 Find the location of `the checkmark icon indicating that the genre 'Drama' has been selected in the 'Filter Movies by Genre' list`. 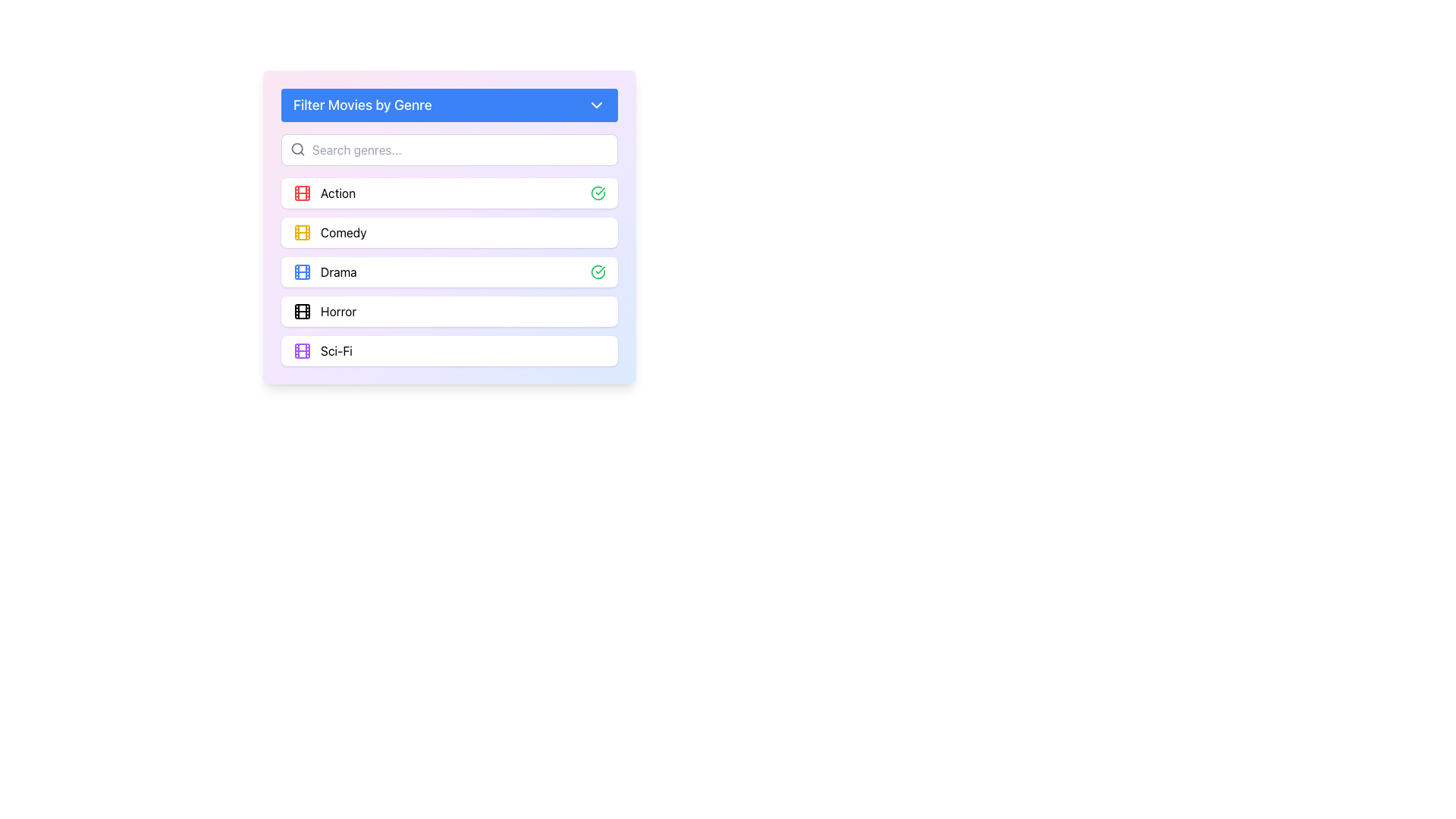

the checkmark icon indicating that the genre 'Drama' has been selected in the 'Filter Movies by Genre' list is located at coordinates (597, 271).